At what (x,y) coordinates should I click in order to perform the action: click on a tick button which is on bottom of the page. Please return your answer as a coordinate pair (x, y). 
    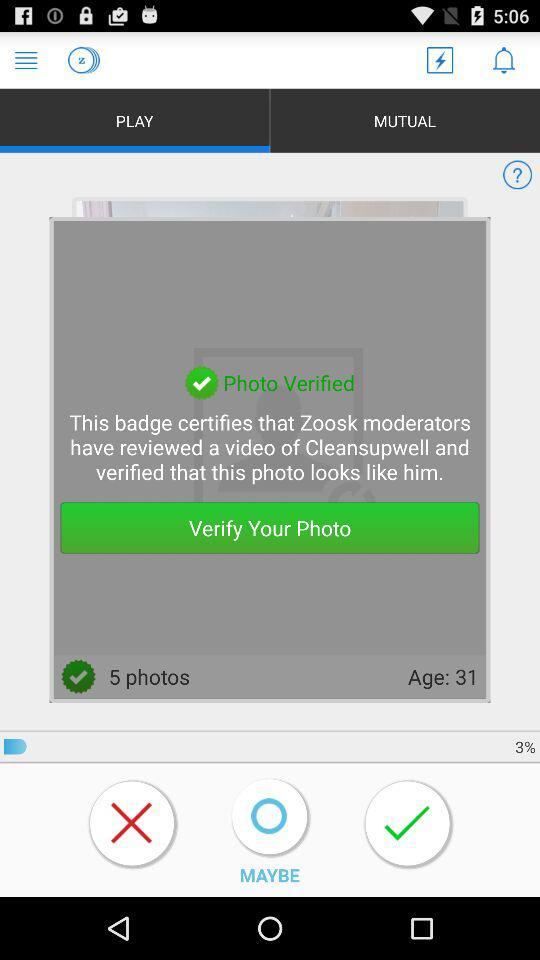
    Looking at the image, I should click on (407, 825).